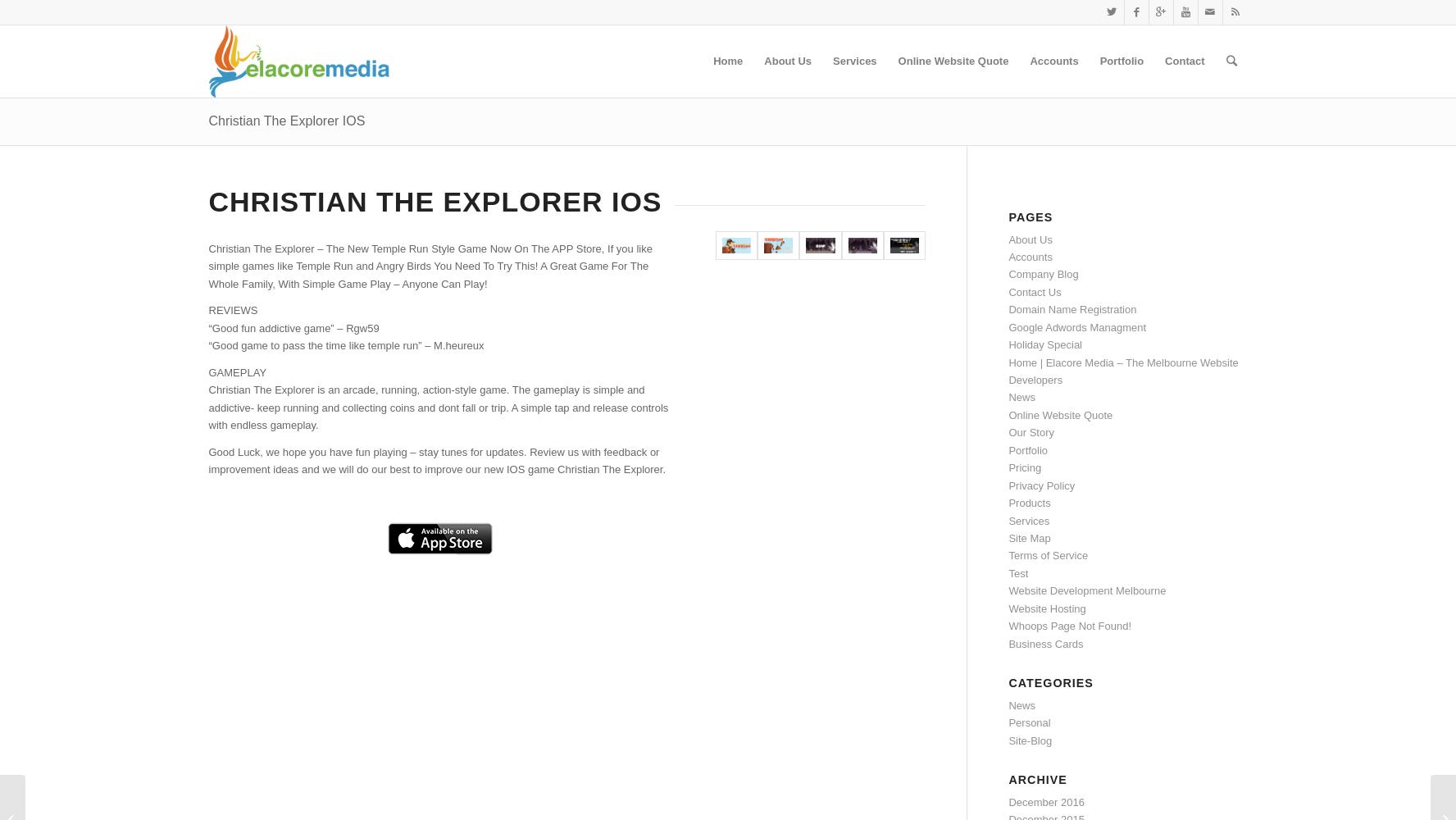 This screenshot has height=820, width=1456. Describe the element at coordinates (1046, 607) in the screenshot. I see `'Website Hosting'` at that location.